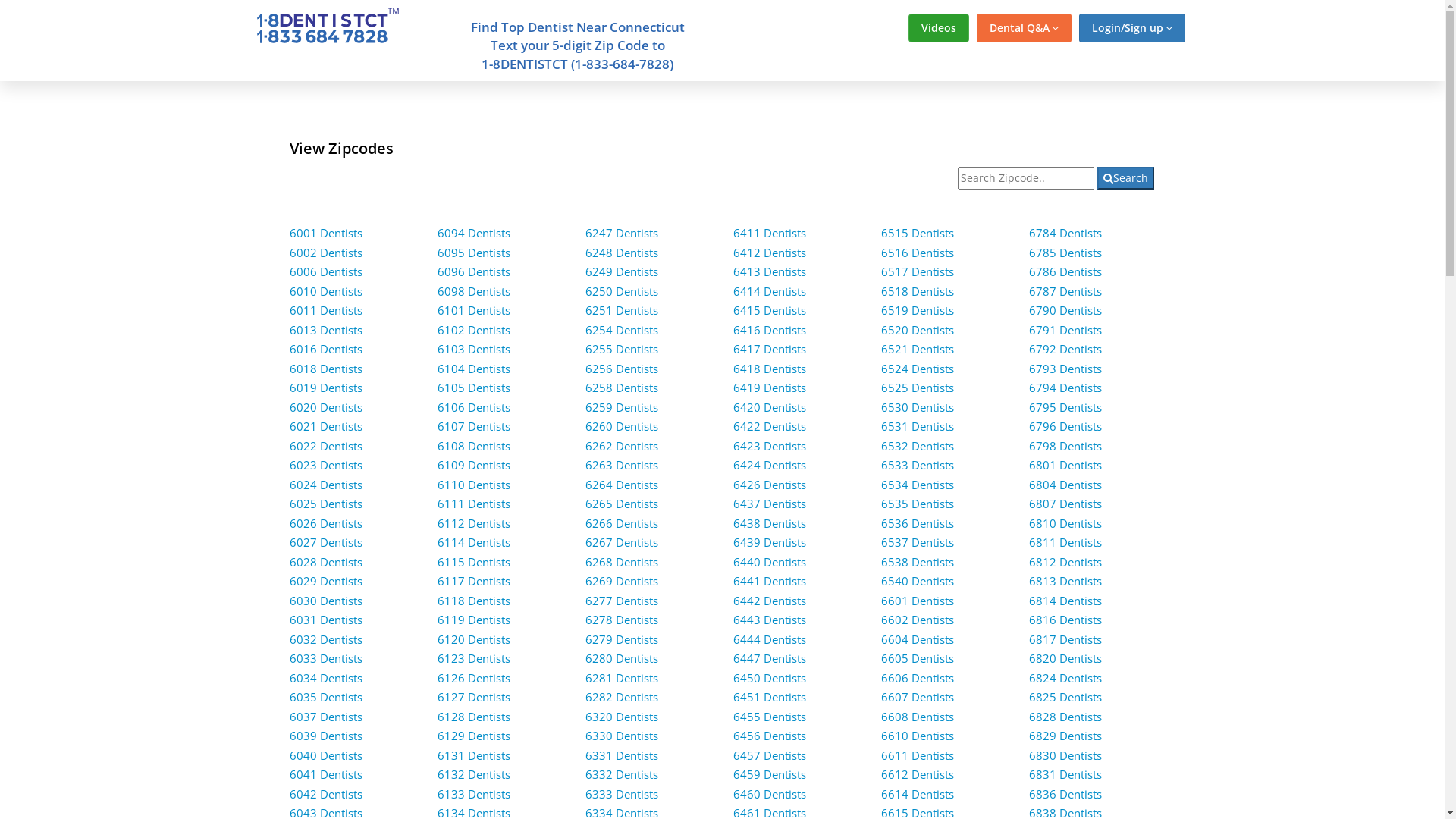 This screenshot has width=1456, height=819. Describe the element at coordinates (622, 426) in the screenshot. I see `'6260 Dentists'` at that location.